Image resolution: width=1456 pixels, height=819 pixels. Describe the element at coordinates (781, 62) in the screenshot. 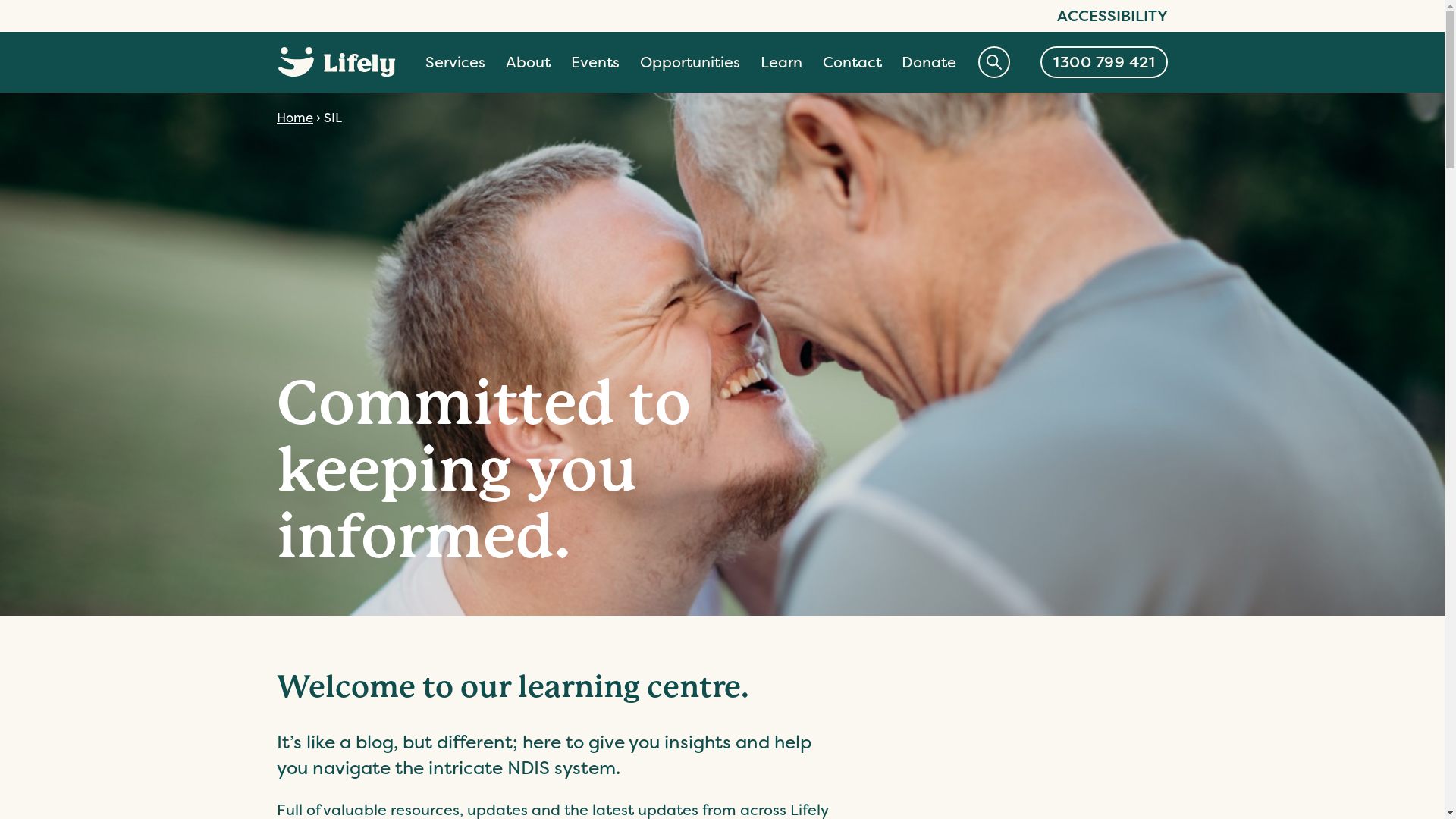

I see `'Learn'` at that location.